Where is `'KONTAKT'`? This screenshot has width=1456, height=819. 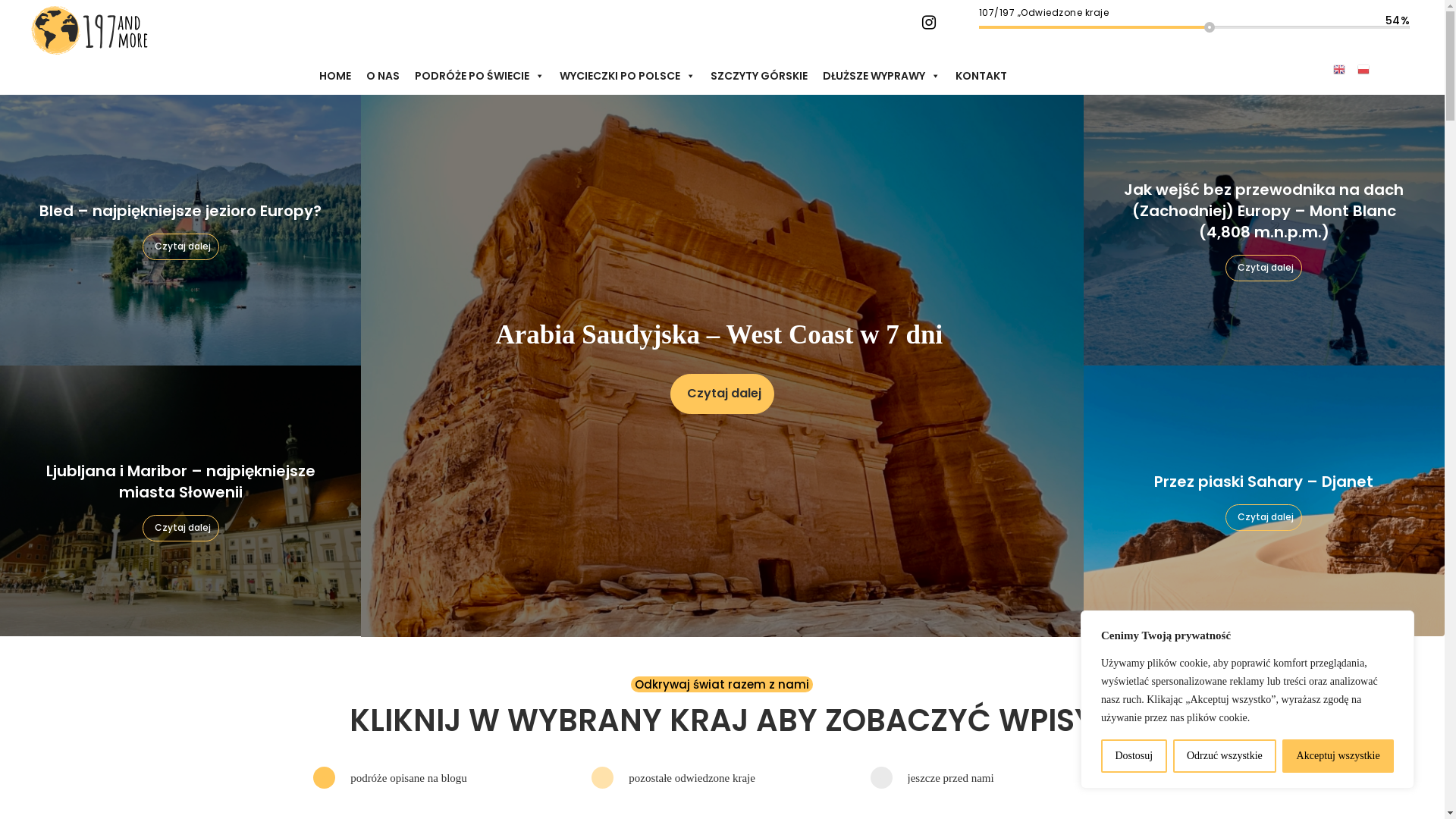 'KONTAKT' is located at coordinates (981, 76).